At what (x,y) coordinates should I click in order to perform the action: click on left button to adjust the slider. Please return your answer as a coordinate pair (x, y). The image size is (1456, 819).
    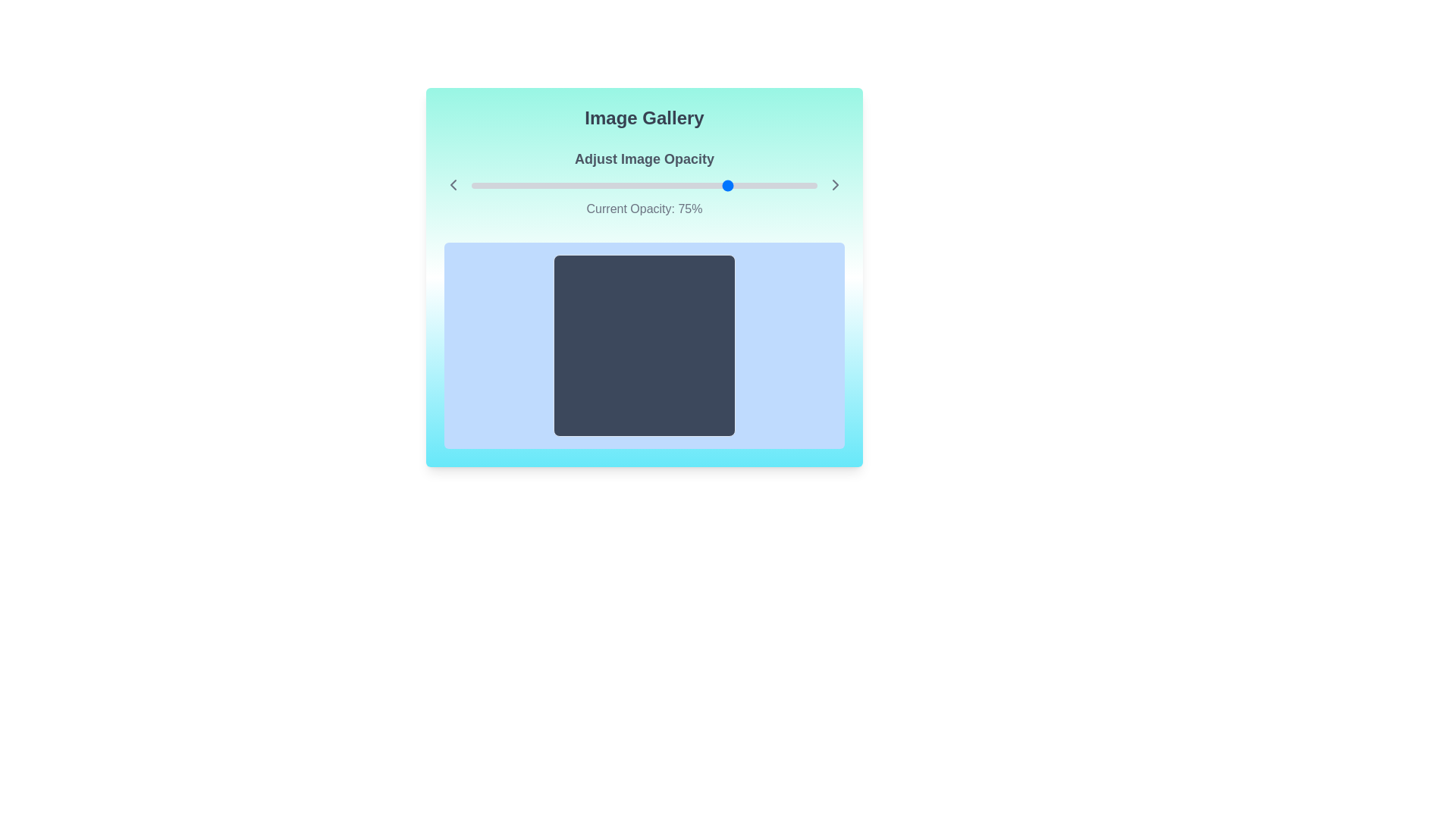
    Looking at the image, I should click on (453, 184).